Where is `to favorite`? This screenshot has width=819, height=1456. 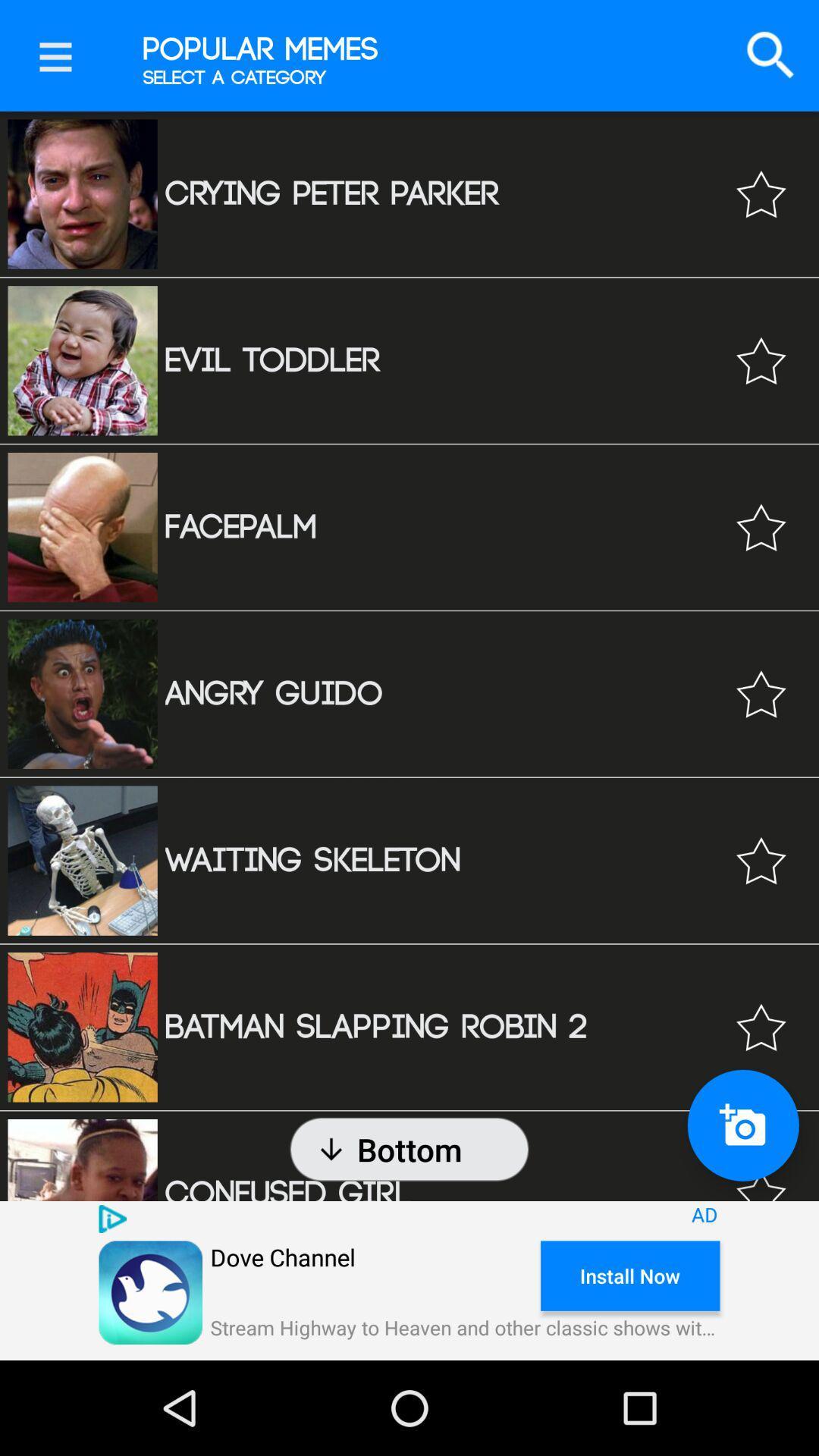 to favorite is located at coordinates (761, 359).